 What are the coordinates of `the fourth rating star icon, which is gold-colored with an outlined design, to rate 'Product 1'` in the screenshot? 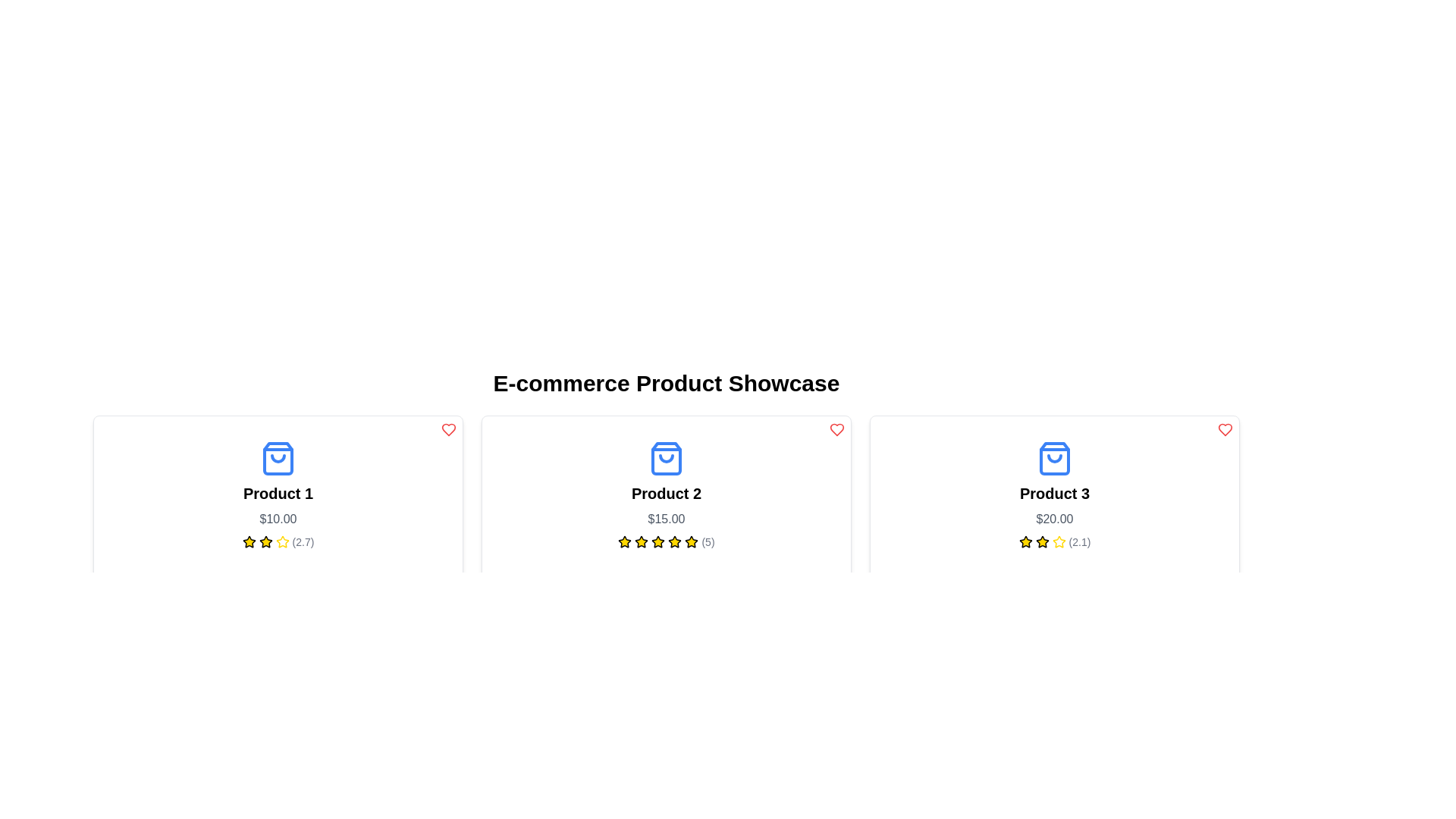 It's located at (282, 541).